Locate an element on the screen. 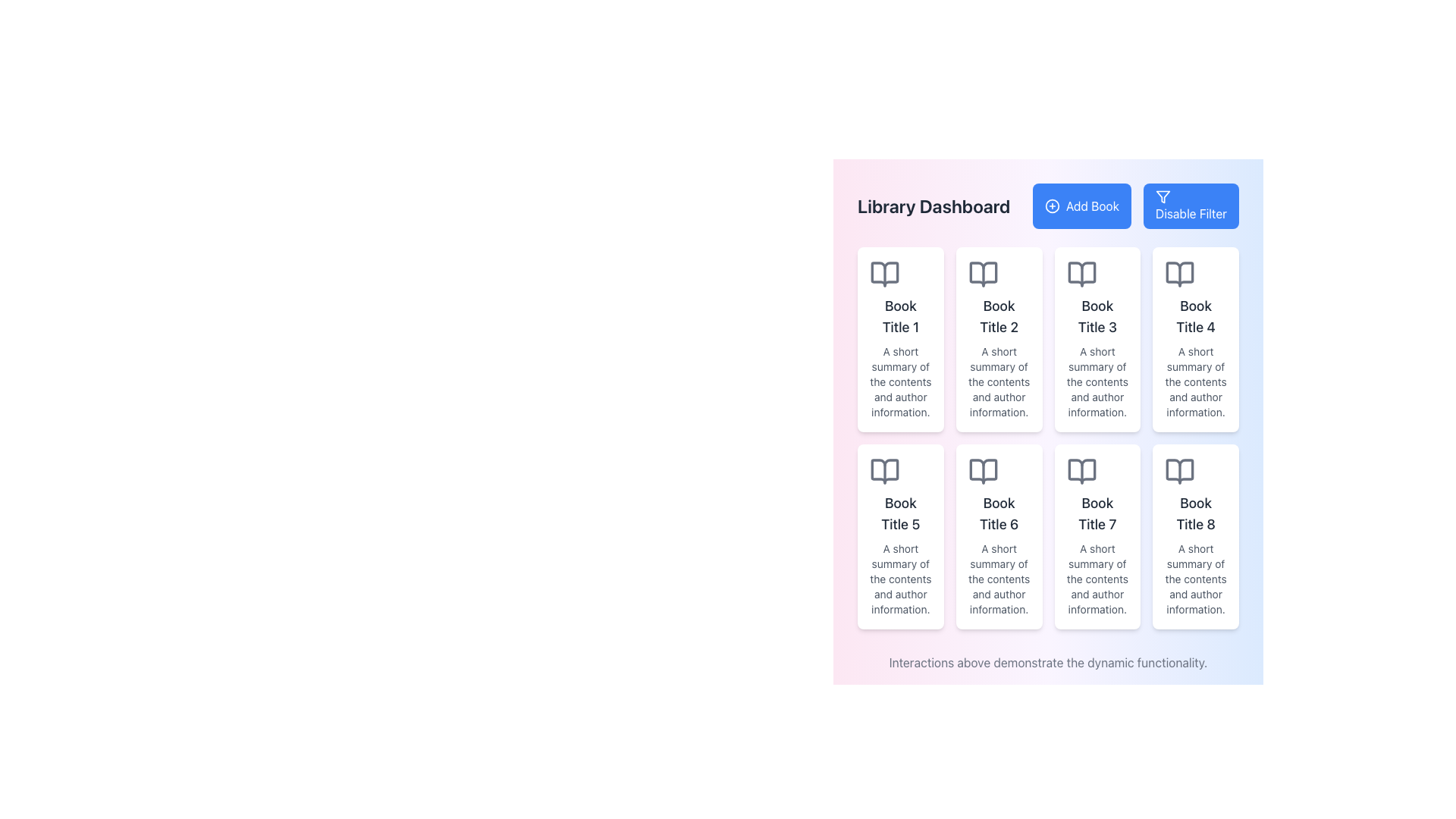 The width and height of the screenshot is (1456, 819). the book entry card located in the second row, second column of the grid layout, which provides details about the book and is adjacent to 'Book Title 5' on the left and 'Book Title 7' on the right is located at coordinates (999, 536).